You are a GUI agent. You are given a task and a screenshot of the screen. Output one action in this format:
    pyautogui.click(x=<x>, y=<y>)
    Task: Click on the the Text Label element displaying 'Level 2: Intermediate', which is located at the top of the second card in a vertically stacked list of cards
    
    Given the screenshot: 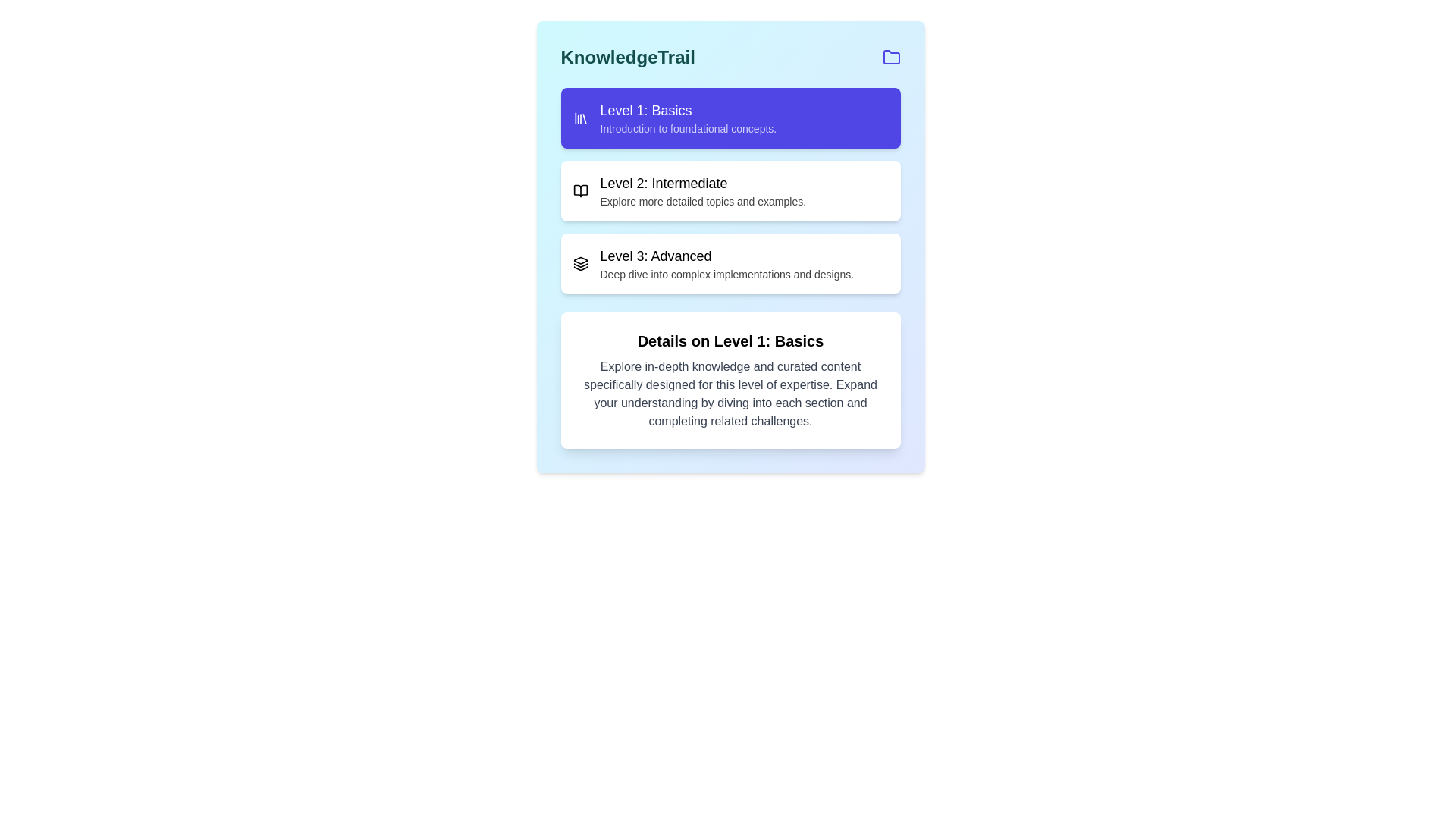 What is the action you would take?
    pyautogui.click(x=702, y=183)
    